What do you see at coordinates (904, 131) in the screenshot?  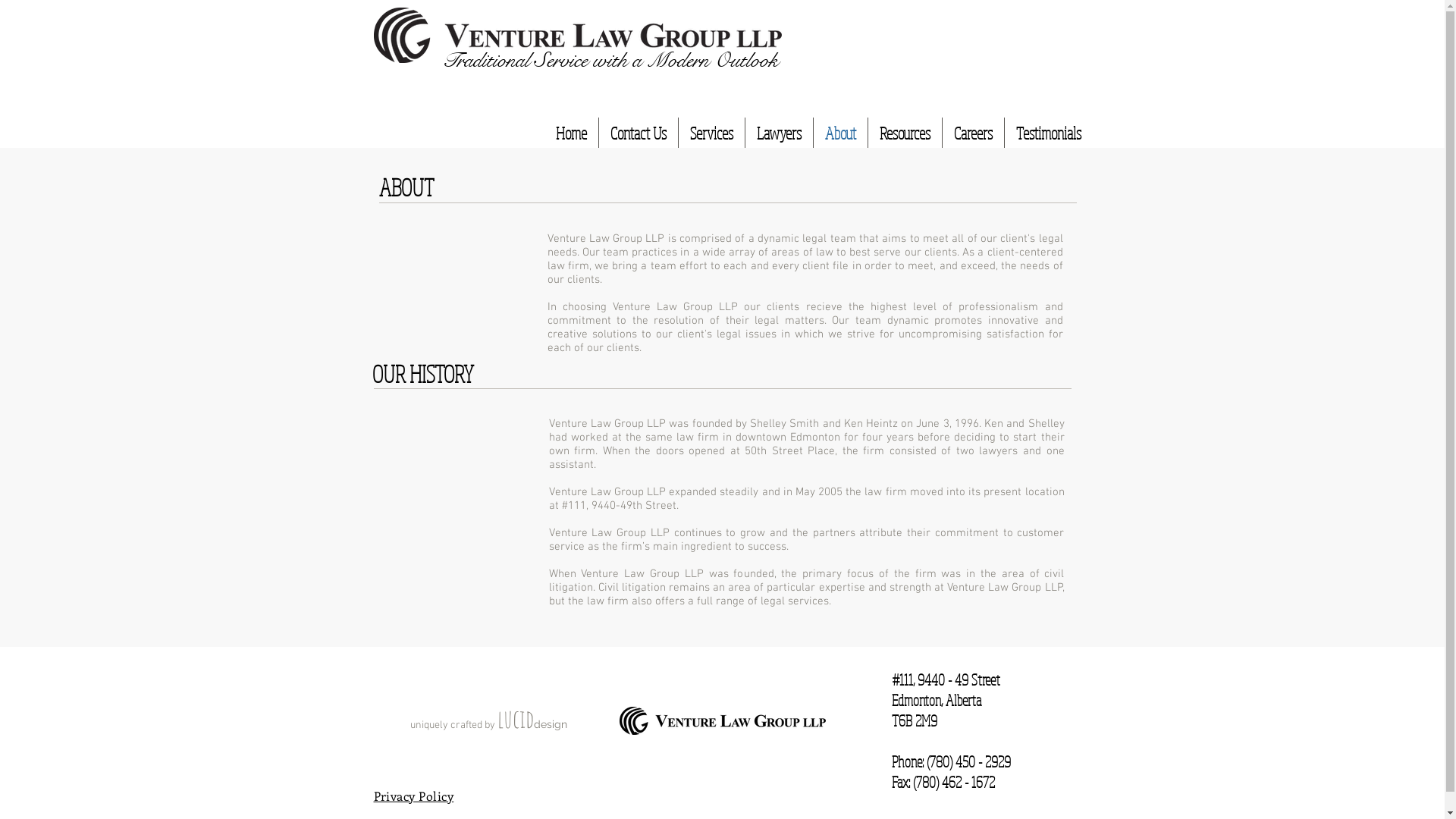 I see `'Resources'` at bounding box center [904, 131].